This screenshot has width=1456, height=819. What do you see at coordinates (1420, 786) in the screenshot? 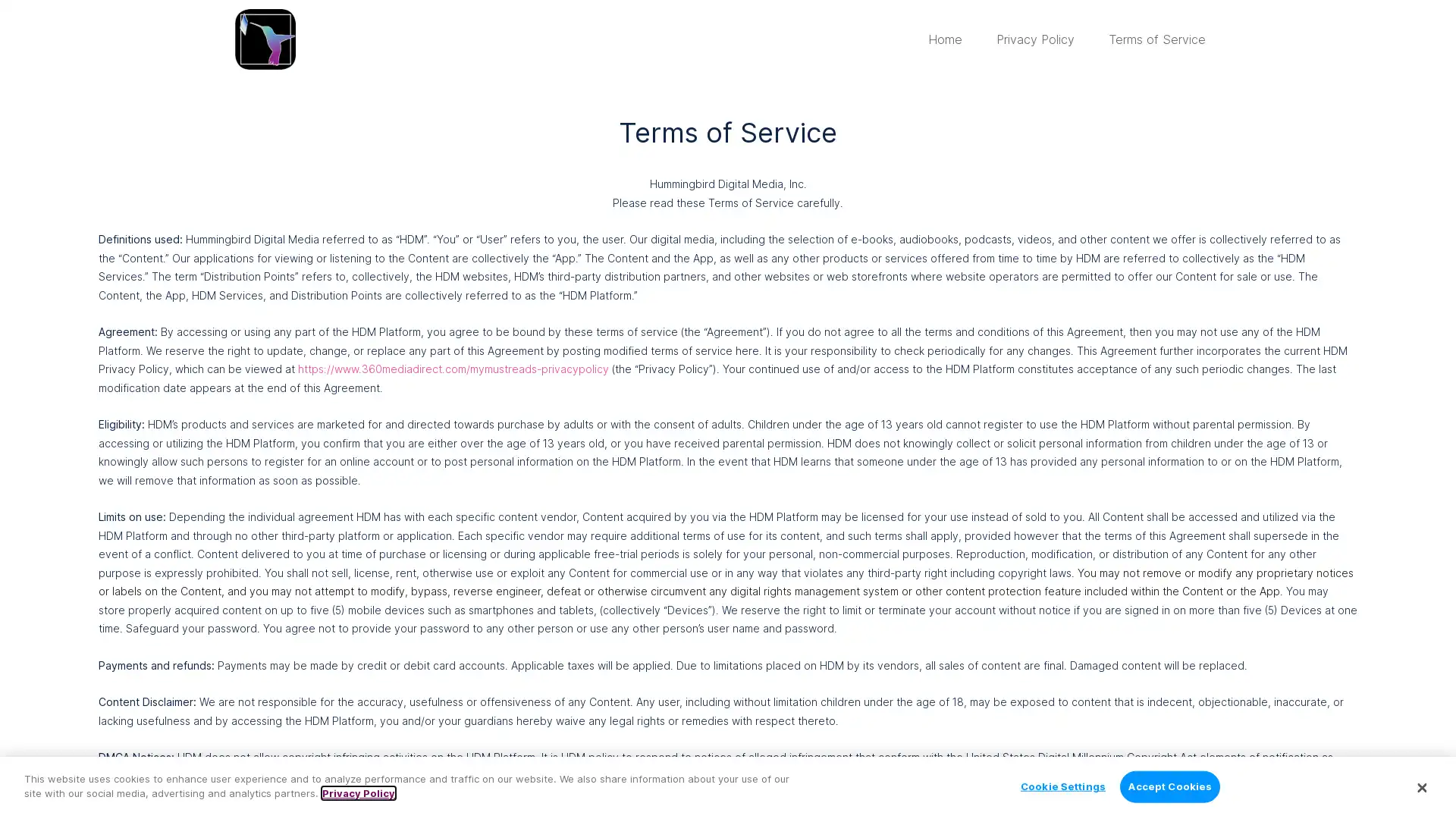
I see `Close` at bounding box center [1420, 786].